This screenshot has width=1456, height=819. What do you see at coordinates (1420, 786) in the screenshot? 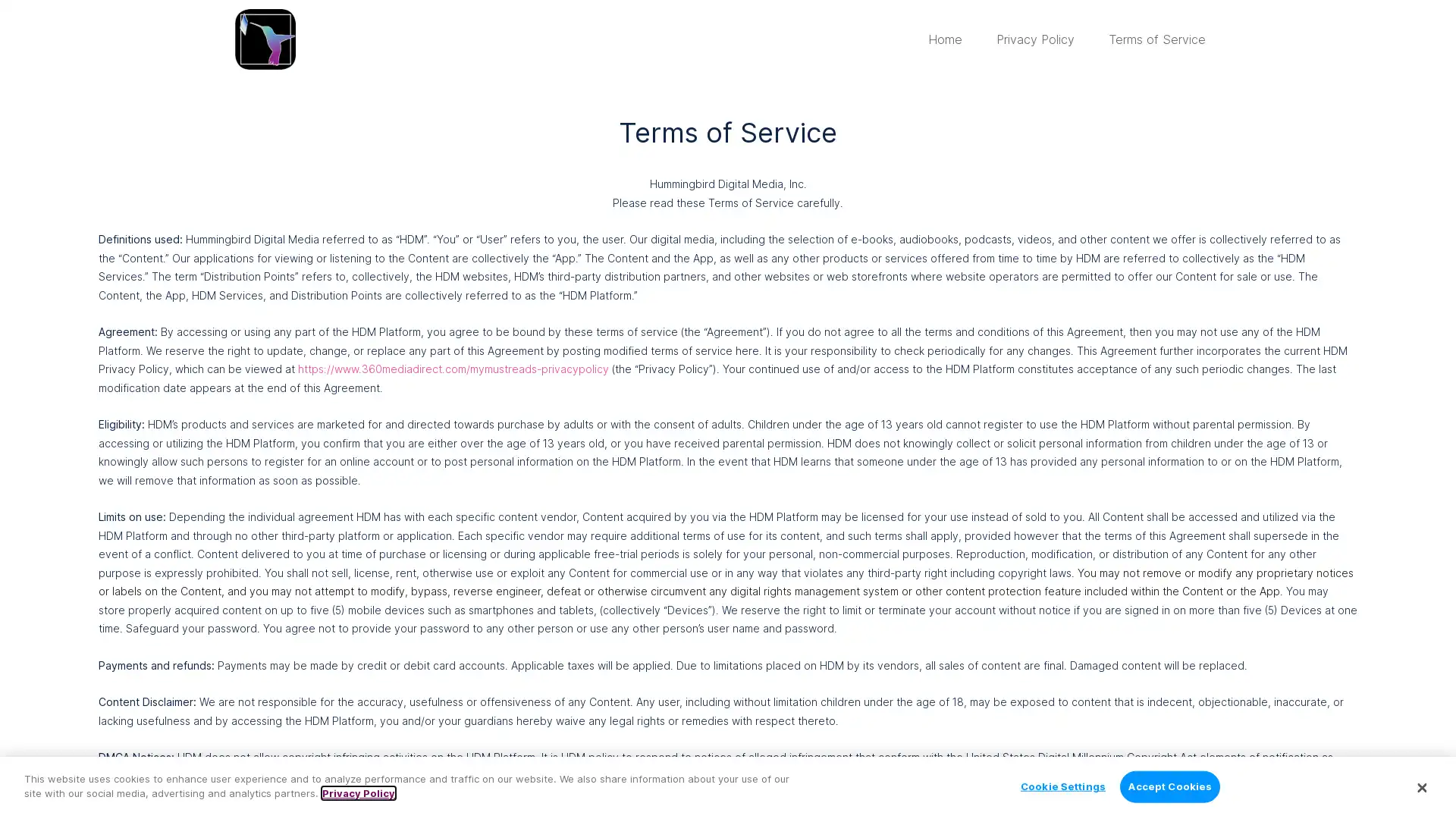
I see `Close` at bounding box center [1420, 786].